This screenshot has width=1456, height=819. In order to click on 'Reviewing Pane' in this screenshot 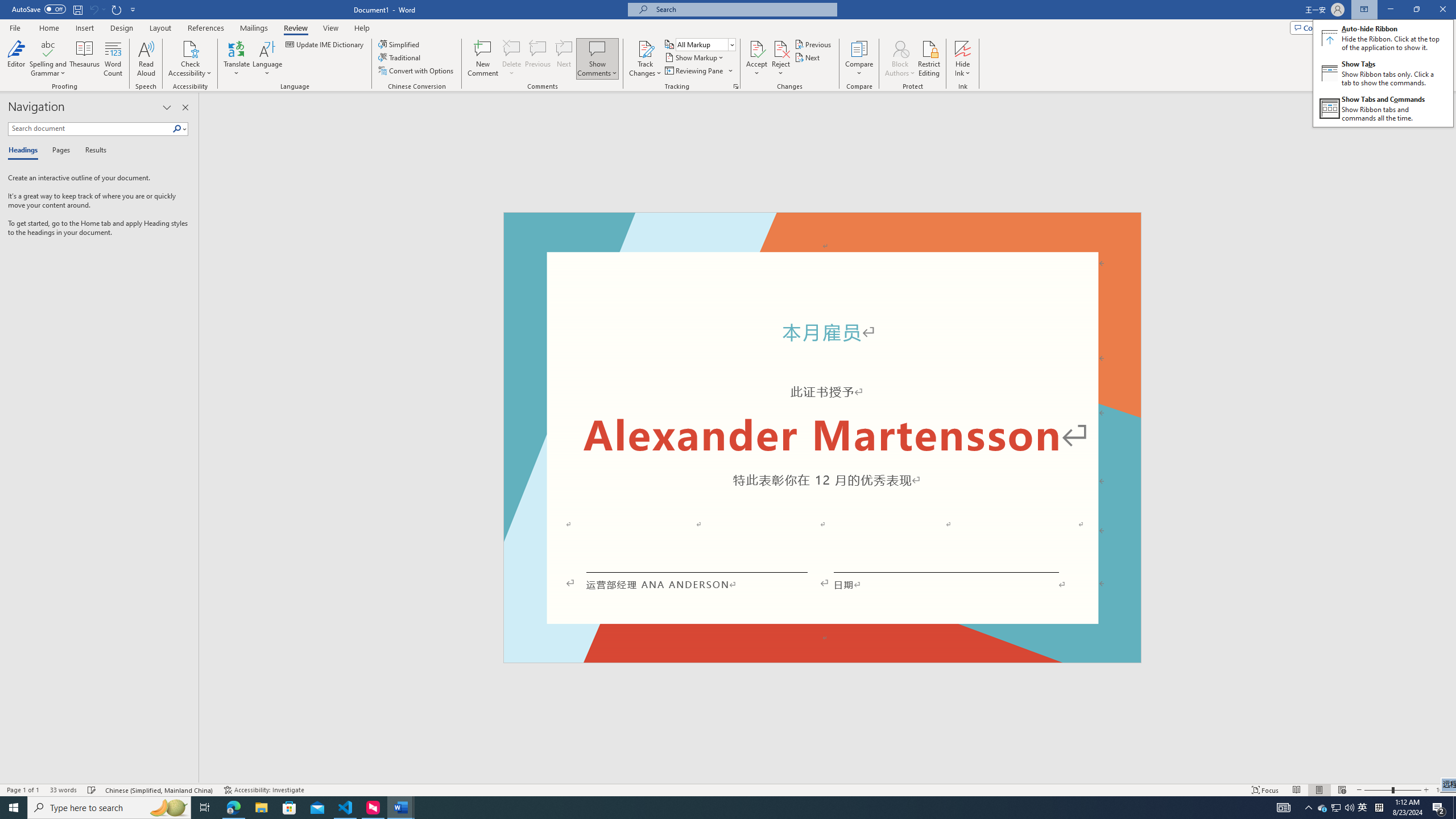, I will do `click(698, 69)`.